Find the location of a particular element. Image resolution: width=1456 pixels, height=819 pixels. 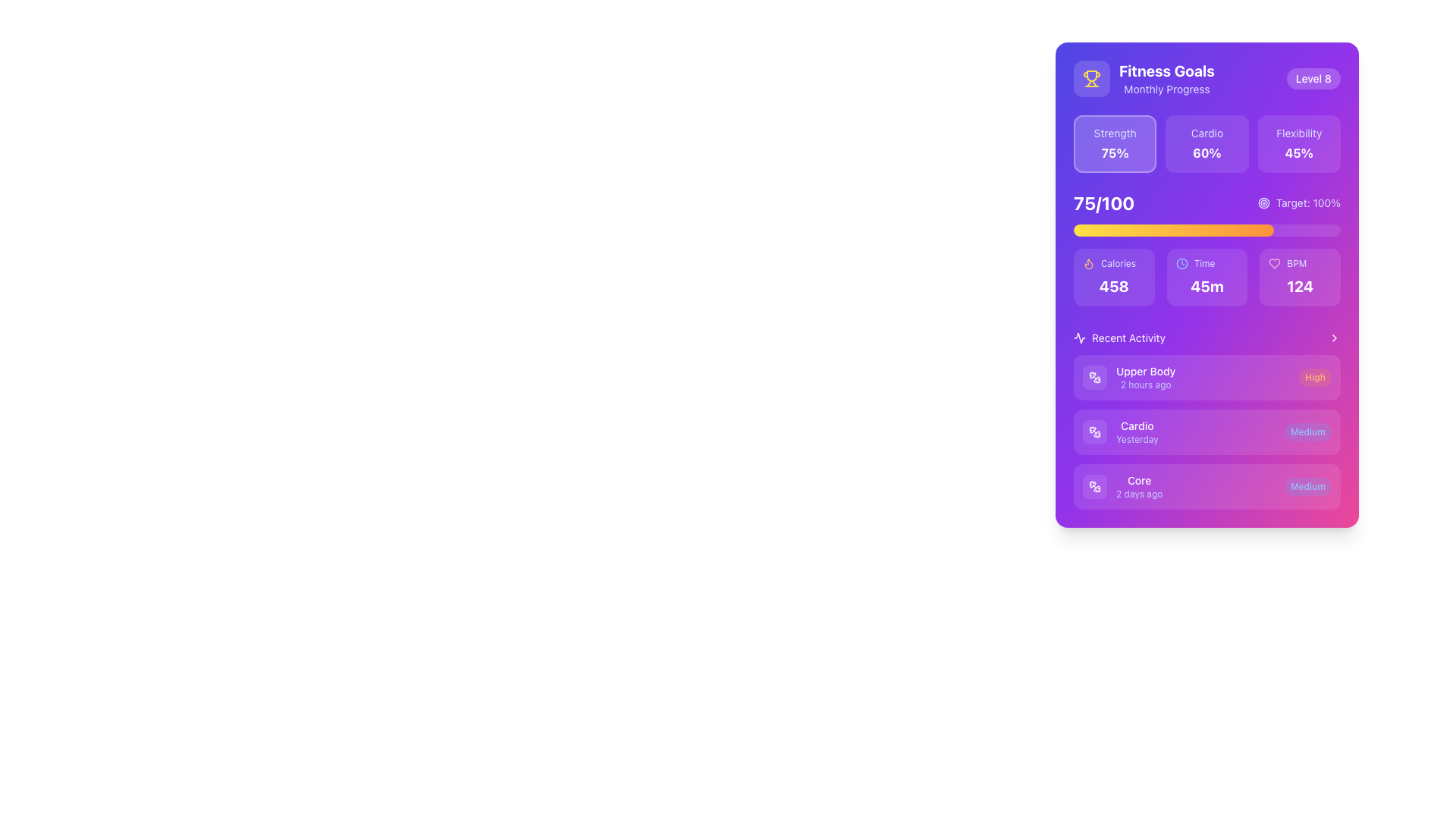

the 'Cardio' text label, which is displayed in white color on a purple background in the 'Recent Activity' section is located at coordinates (1137, 426).